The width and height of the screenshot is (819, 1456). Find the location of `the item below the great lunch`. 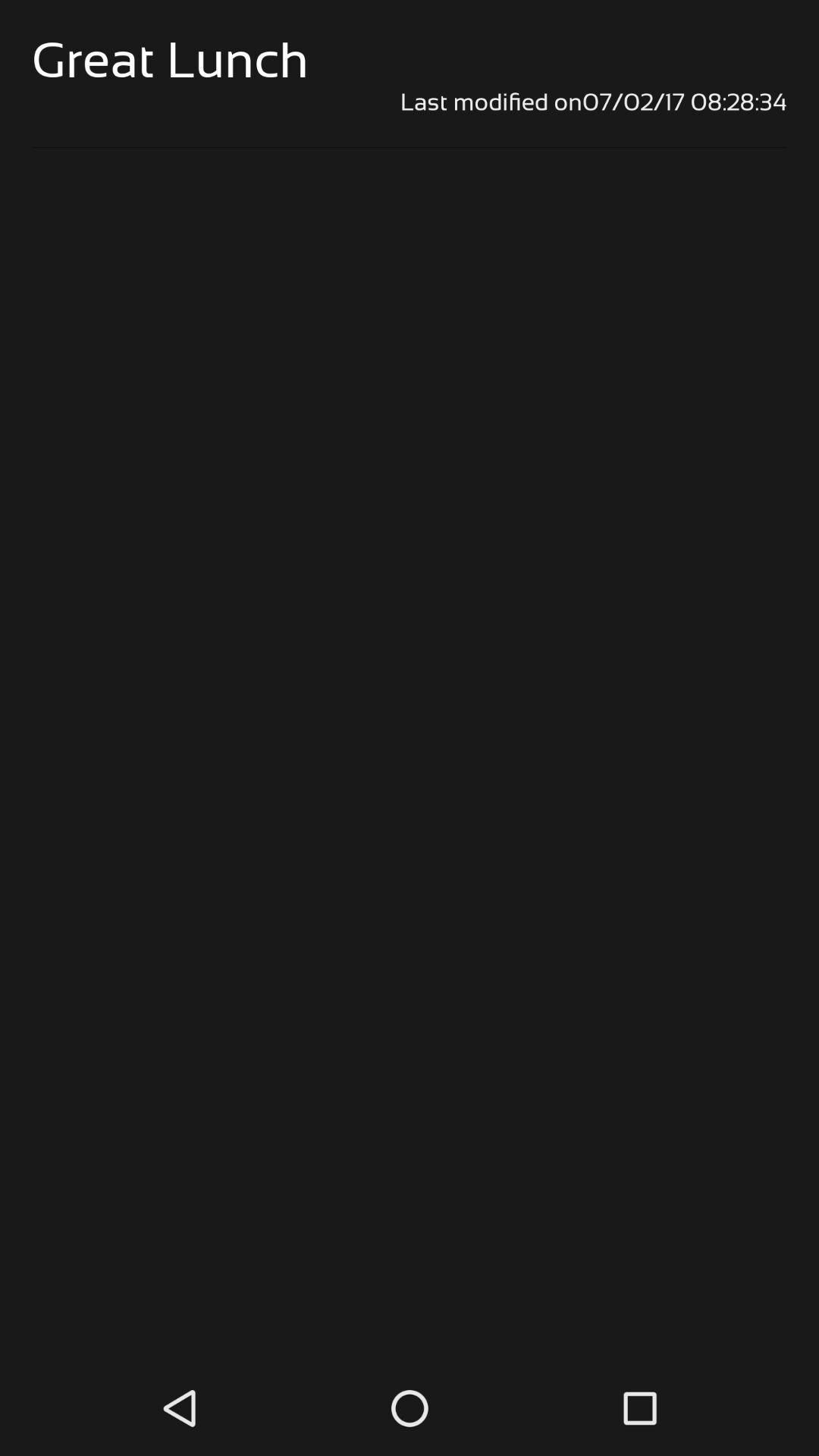

the item below the great lunch is located at coordinates (409, 101).